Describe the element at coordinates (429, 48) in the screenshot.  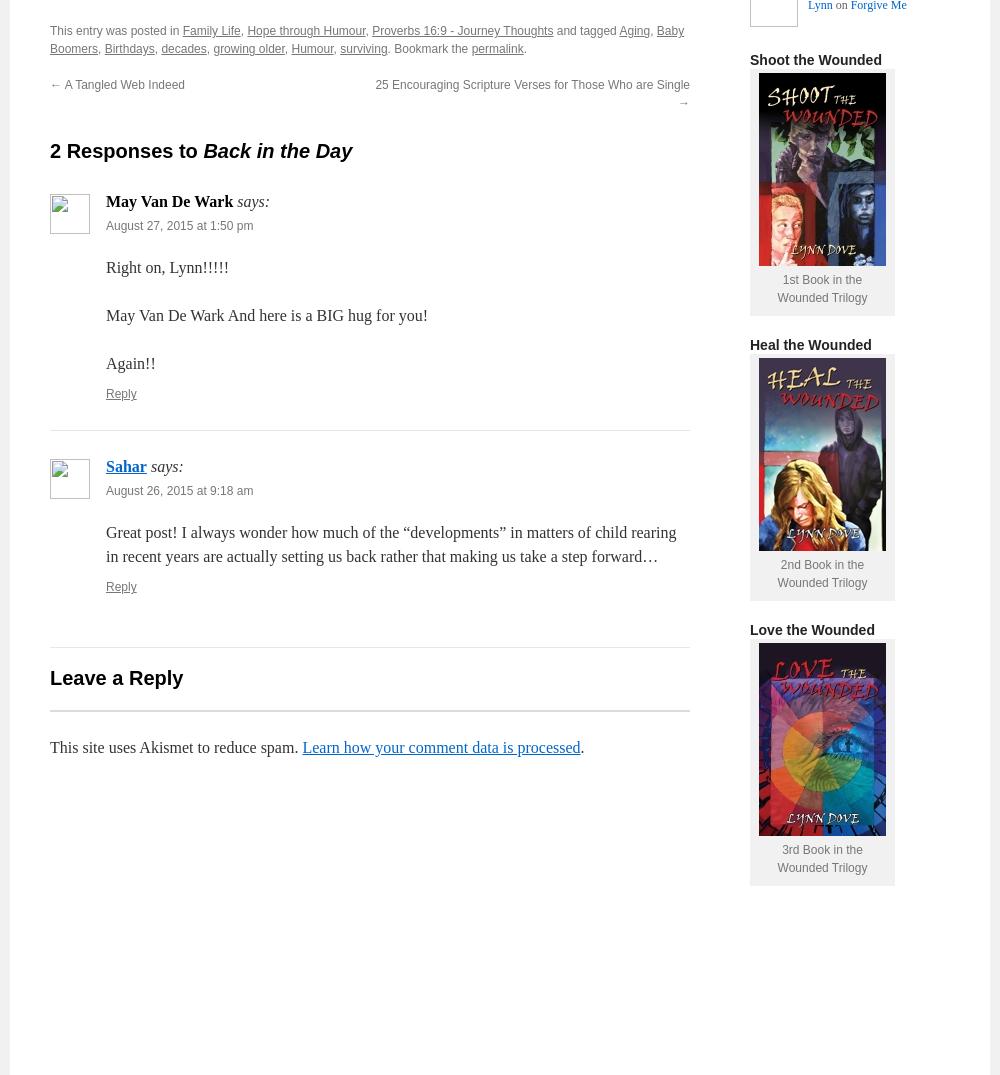
I see `'. Bookmark the'` at that location.